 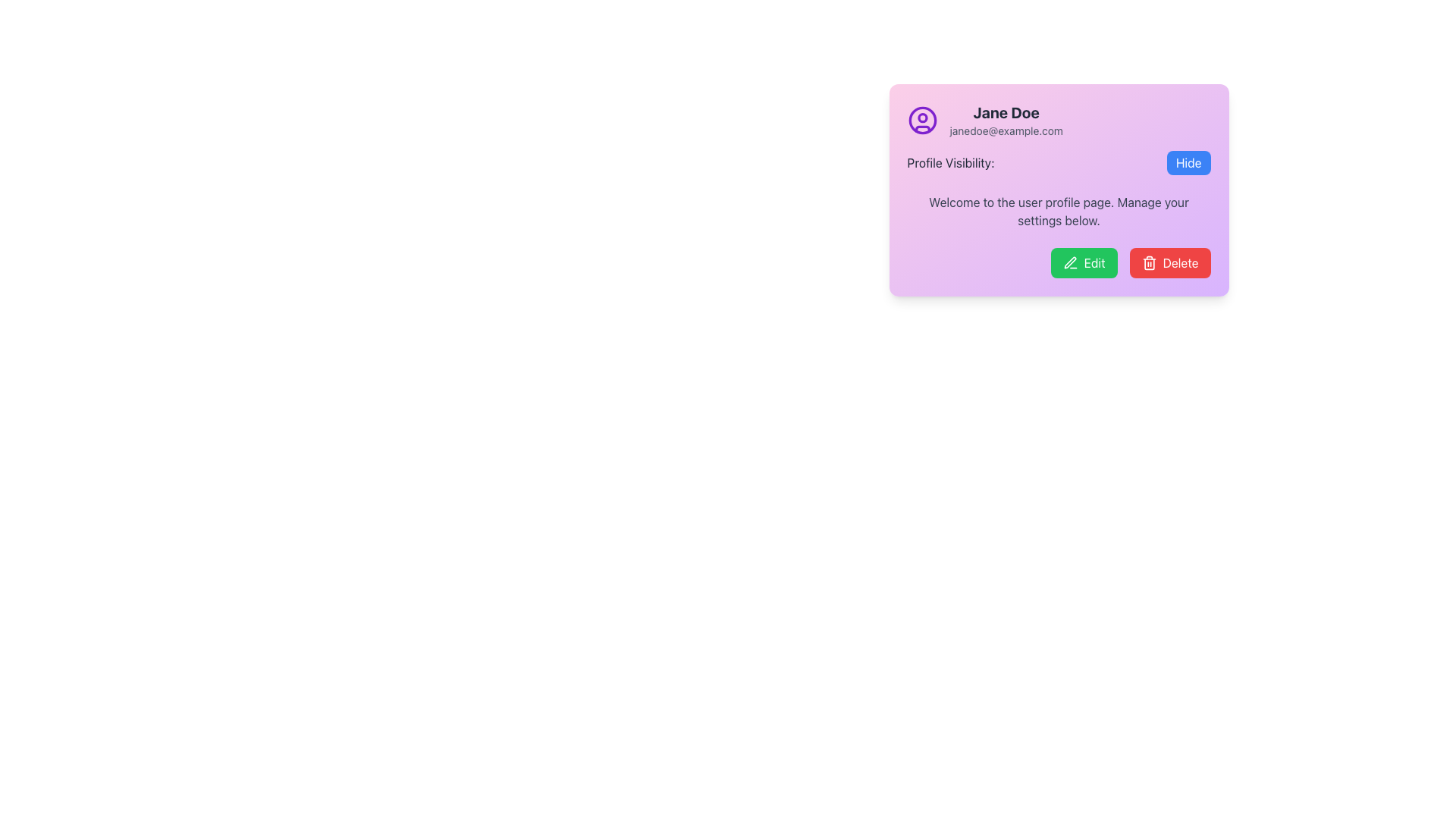 I want to click on the pen icon located within the 'Edit' button, which is positioned to the left of the 'Edit' text label, so click(x=1069, y=262).